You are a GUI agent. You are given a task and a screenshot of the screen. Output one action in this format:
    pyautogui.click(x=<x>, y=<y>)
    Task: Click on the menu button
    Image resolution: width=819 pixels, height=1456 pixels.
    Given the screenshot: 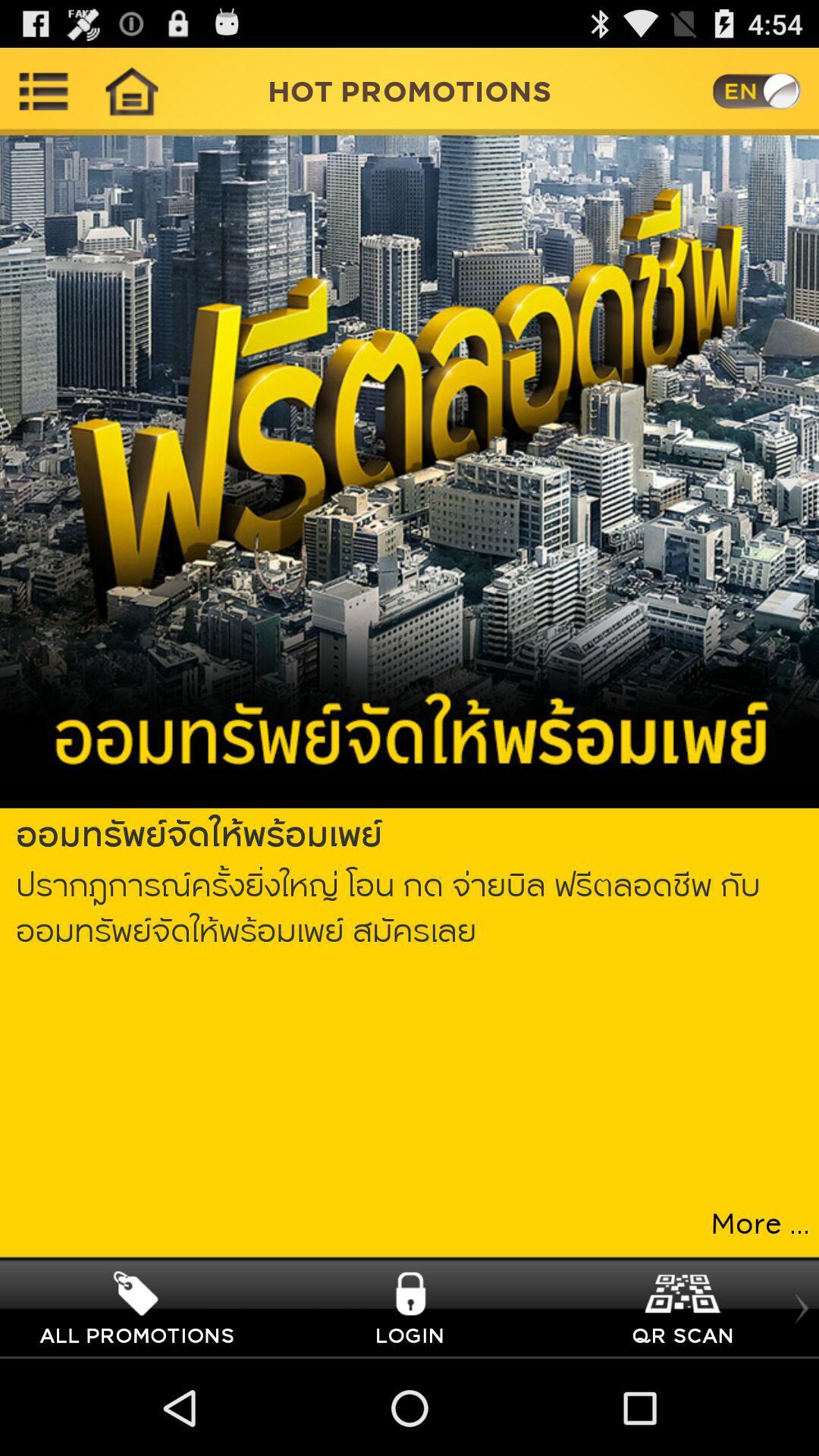 What is the action you would take?
    pyautogui.click(x=42, y=90)
    